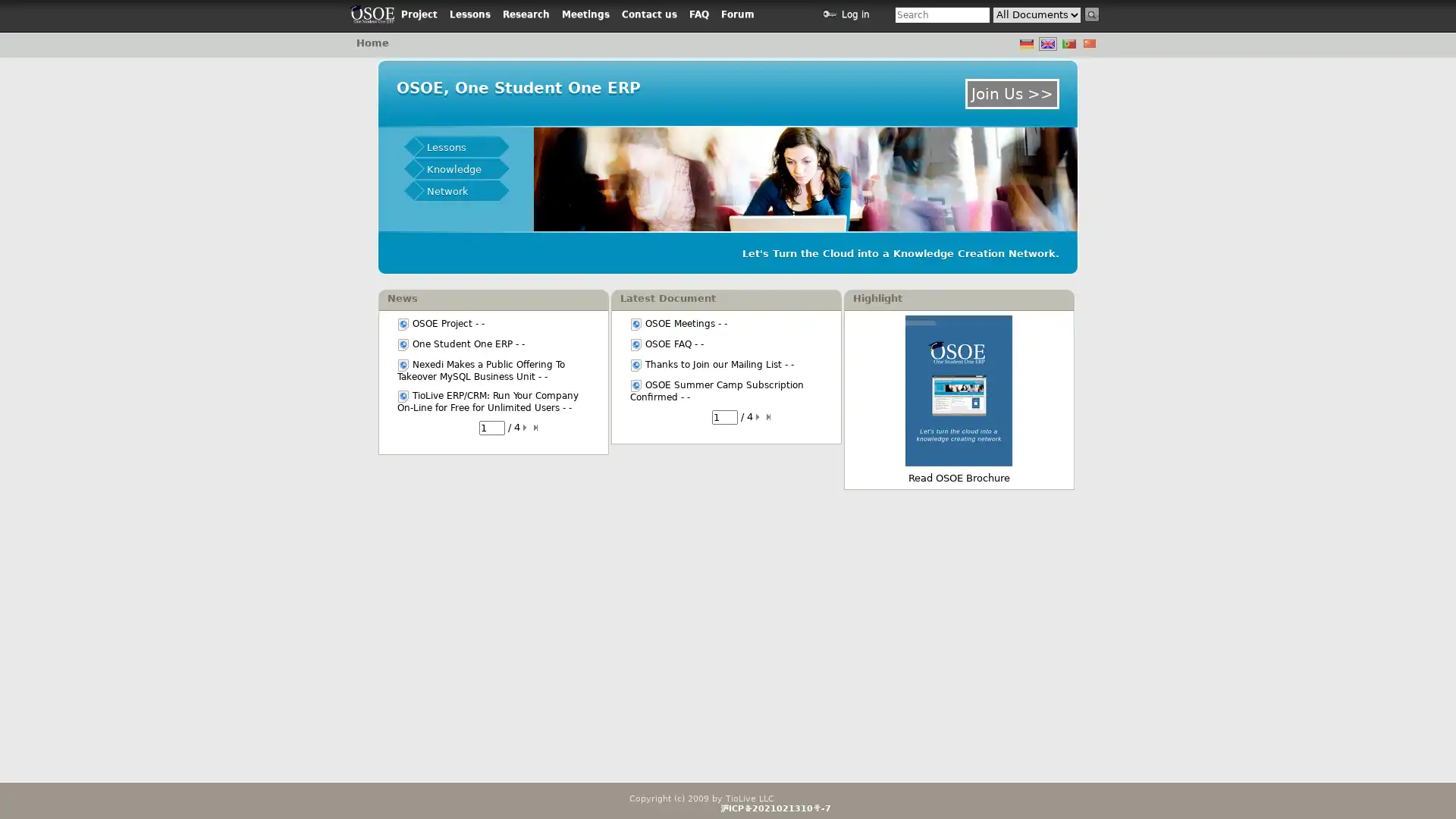 Image resolution: width=1456 pixels, height=819 pixels. I want to click on Submit, so click(1092, 14).